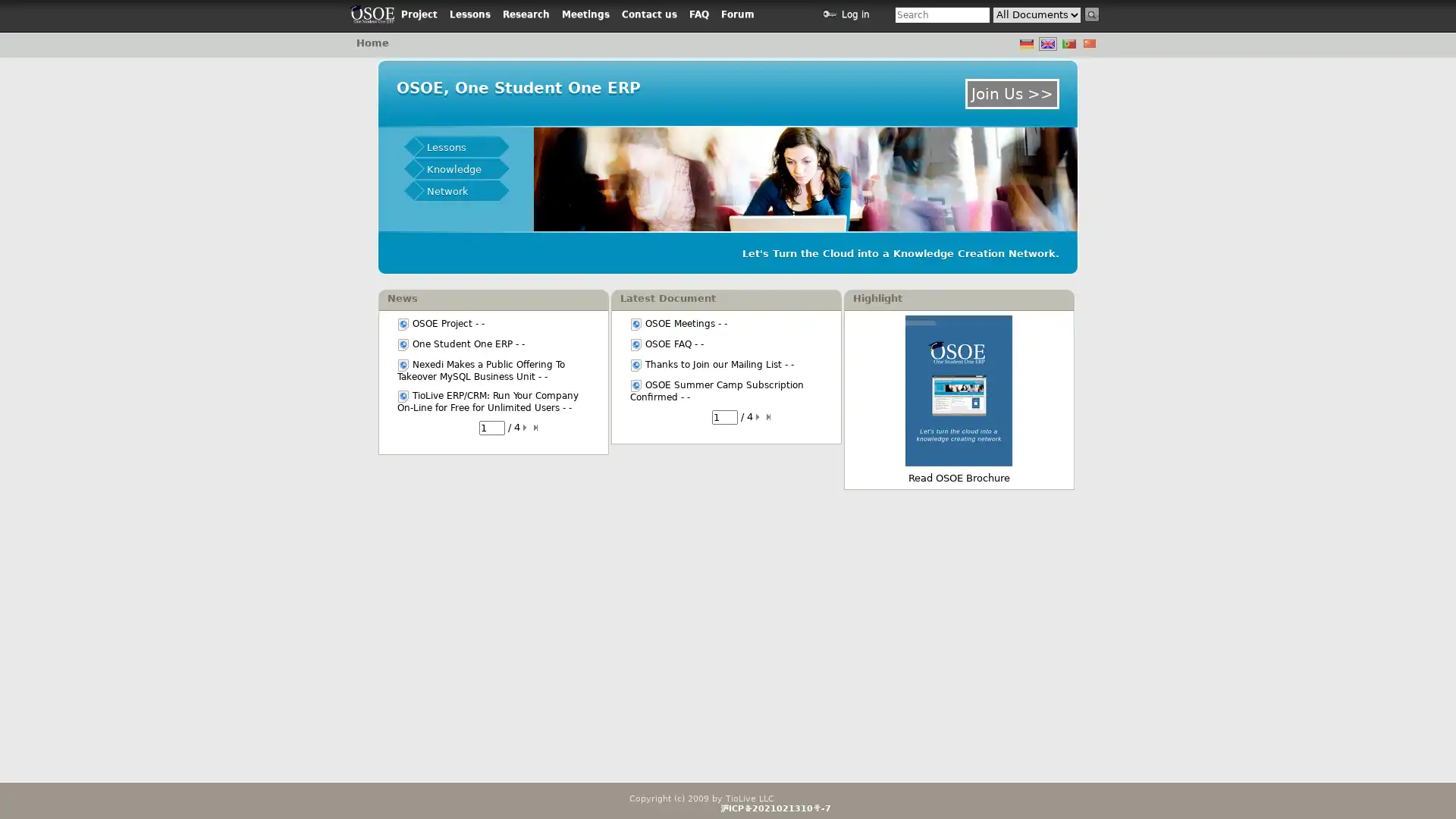 Image resolution: width=1456 pixels, height=819 pixels. I want to click on Submit, so click(1092, 14).